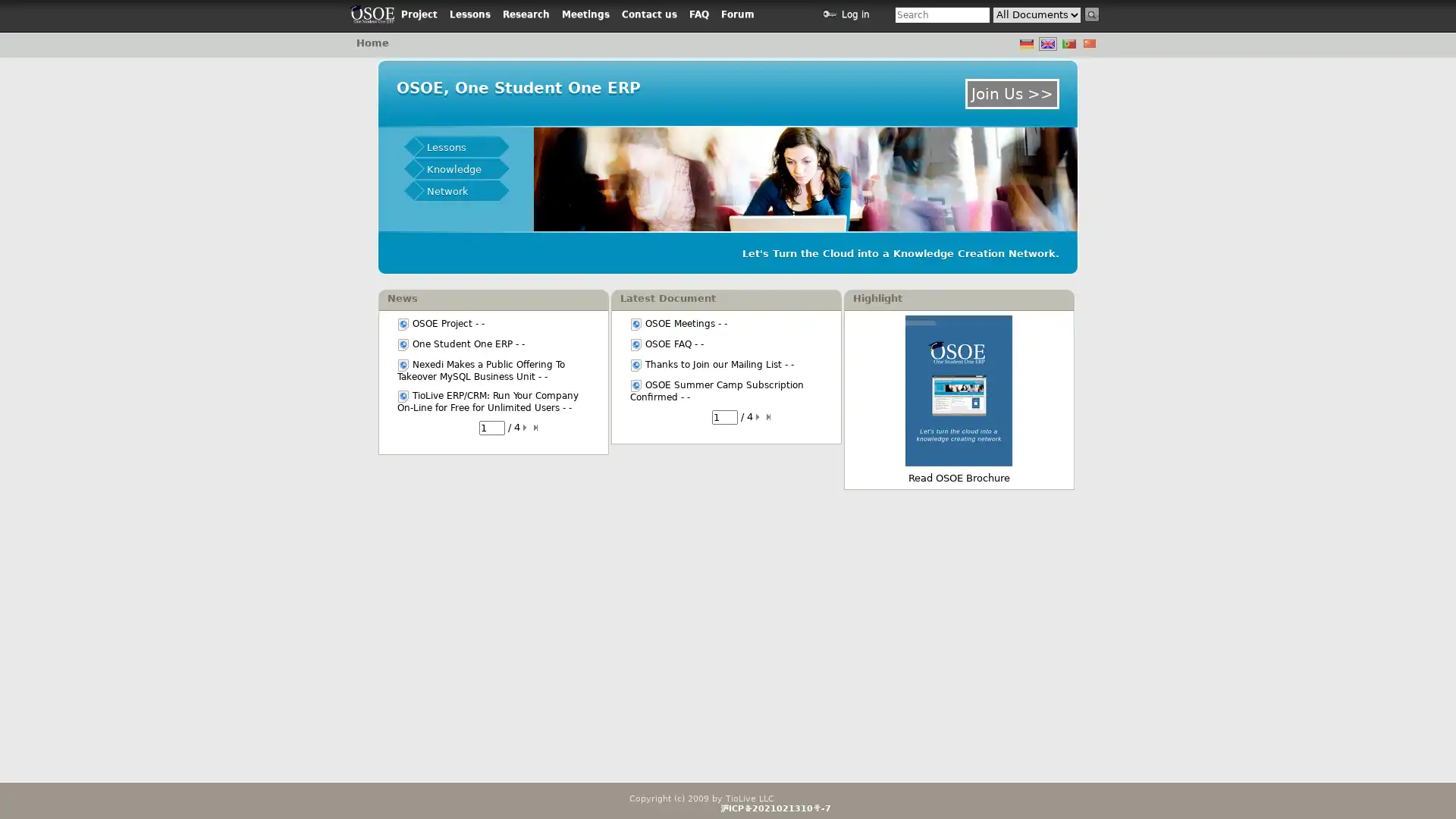 Image resolution: width=1456 pixels, height=819 pixels. I want to click on Submit, so click(1092, 14).